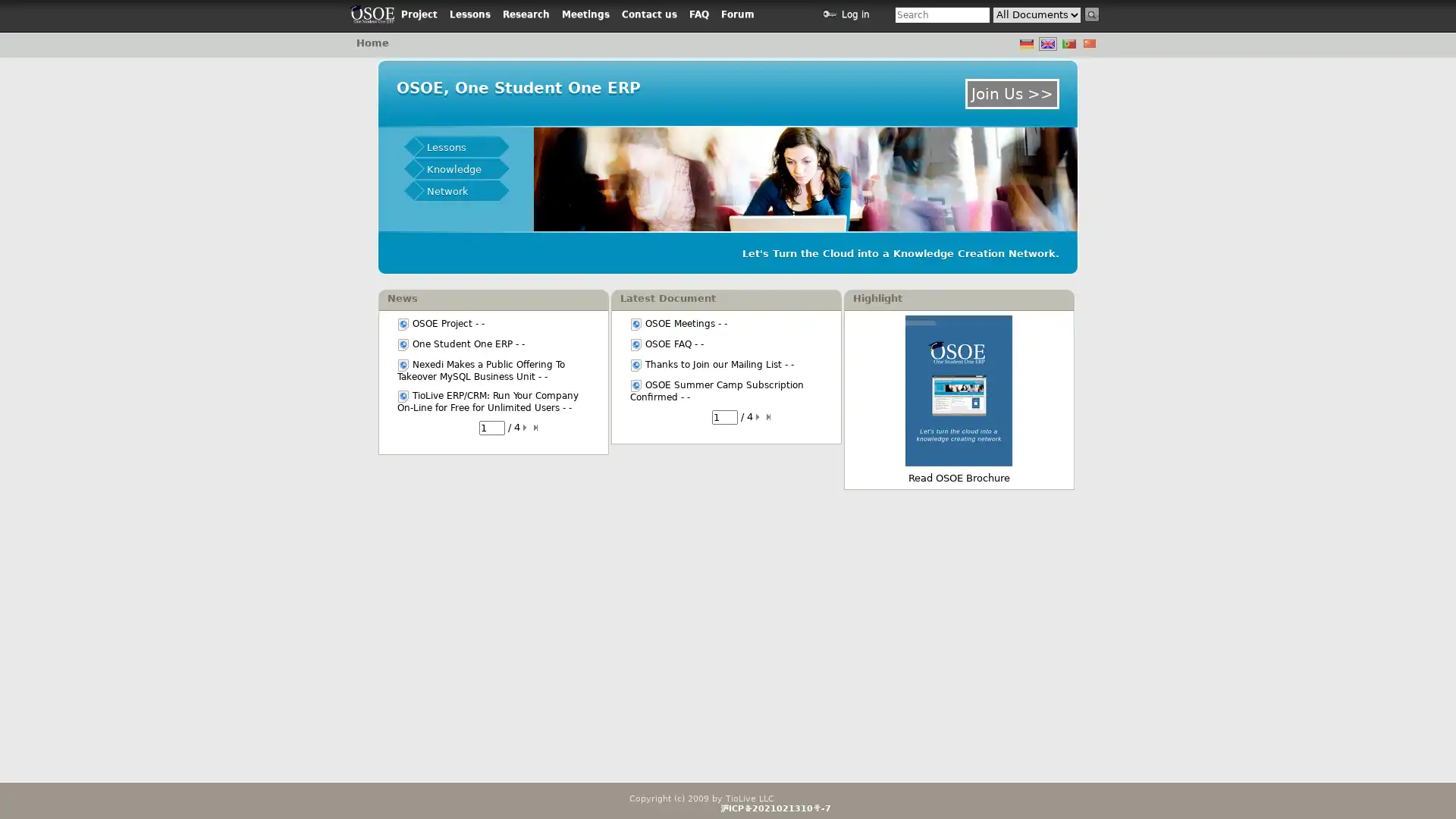 Image resolution: width=1456 pixels, height=819 pixels. I want to click on Submit, so click(1092, 14).